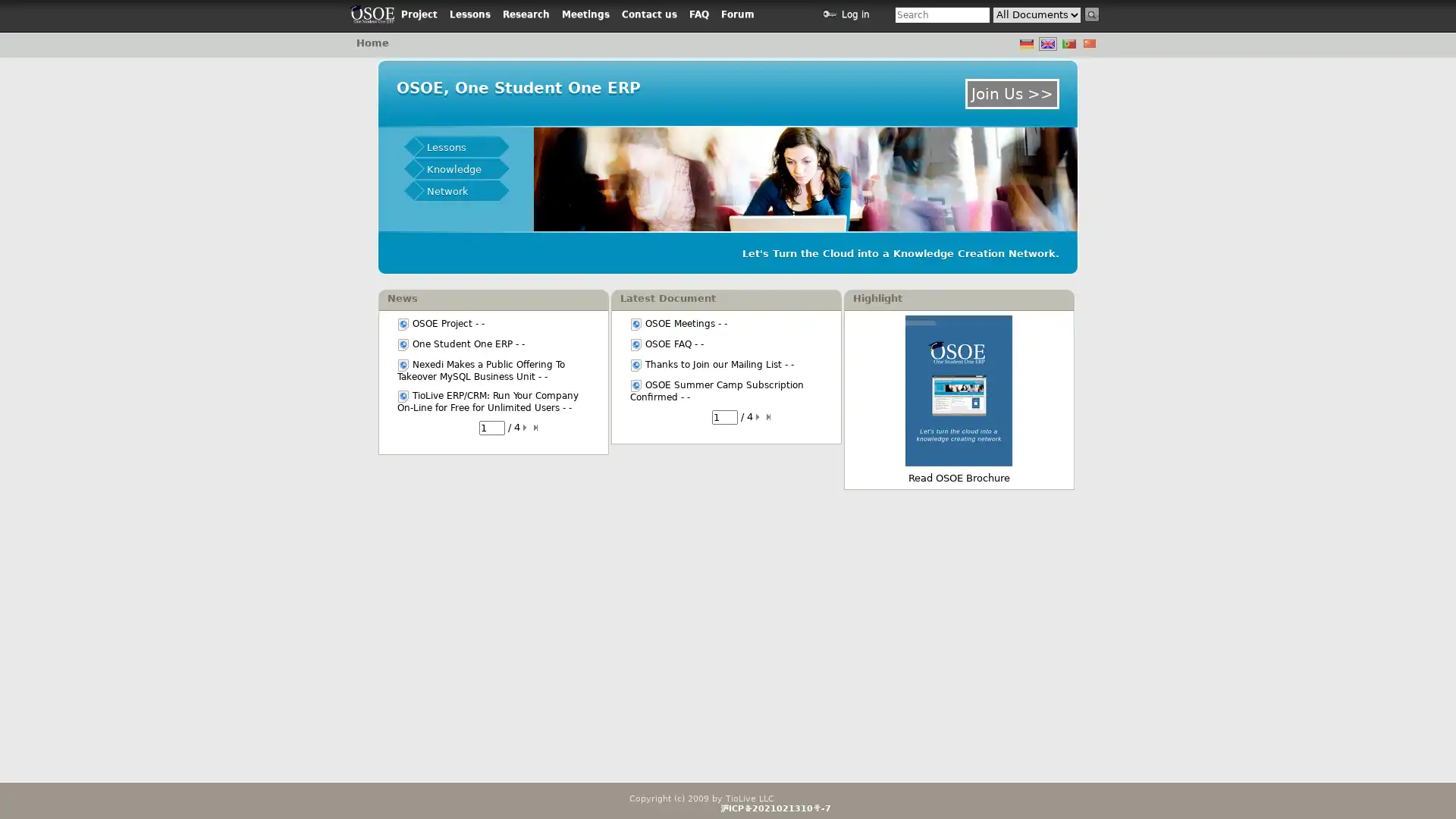 Image resolution: width=1456 pixels, height=819 pixels. I want to click on Submit, so click(1092, 14).